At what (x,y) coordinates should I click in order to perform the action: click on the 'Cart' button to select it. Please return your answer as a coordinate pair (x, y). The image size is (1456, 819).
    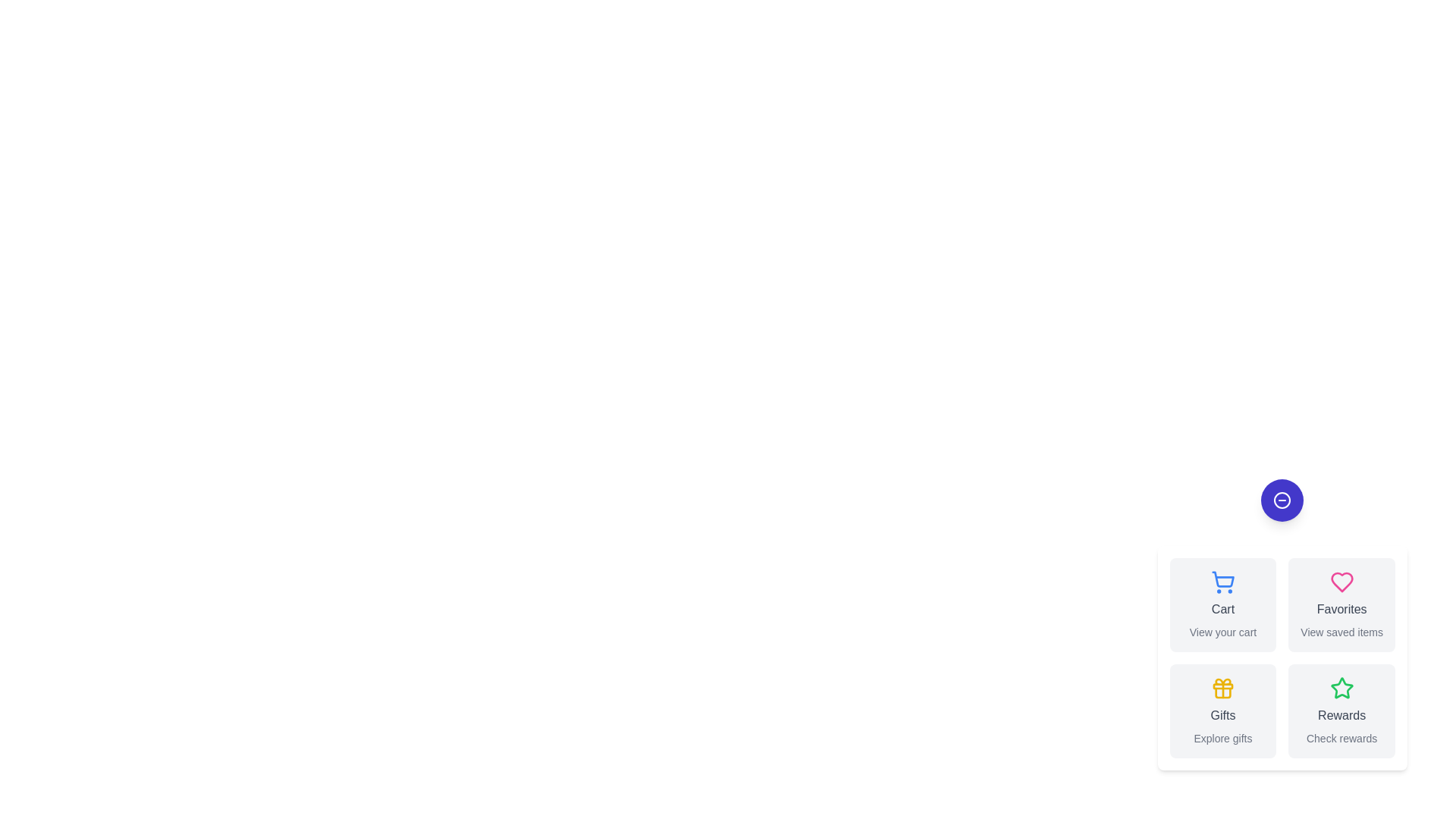
    Looking at the image, I should click on (1222, 604).